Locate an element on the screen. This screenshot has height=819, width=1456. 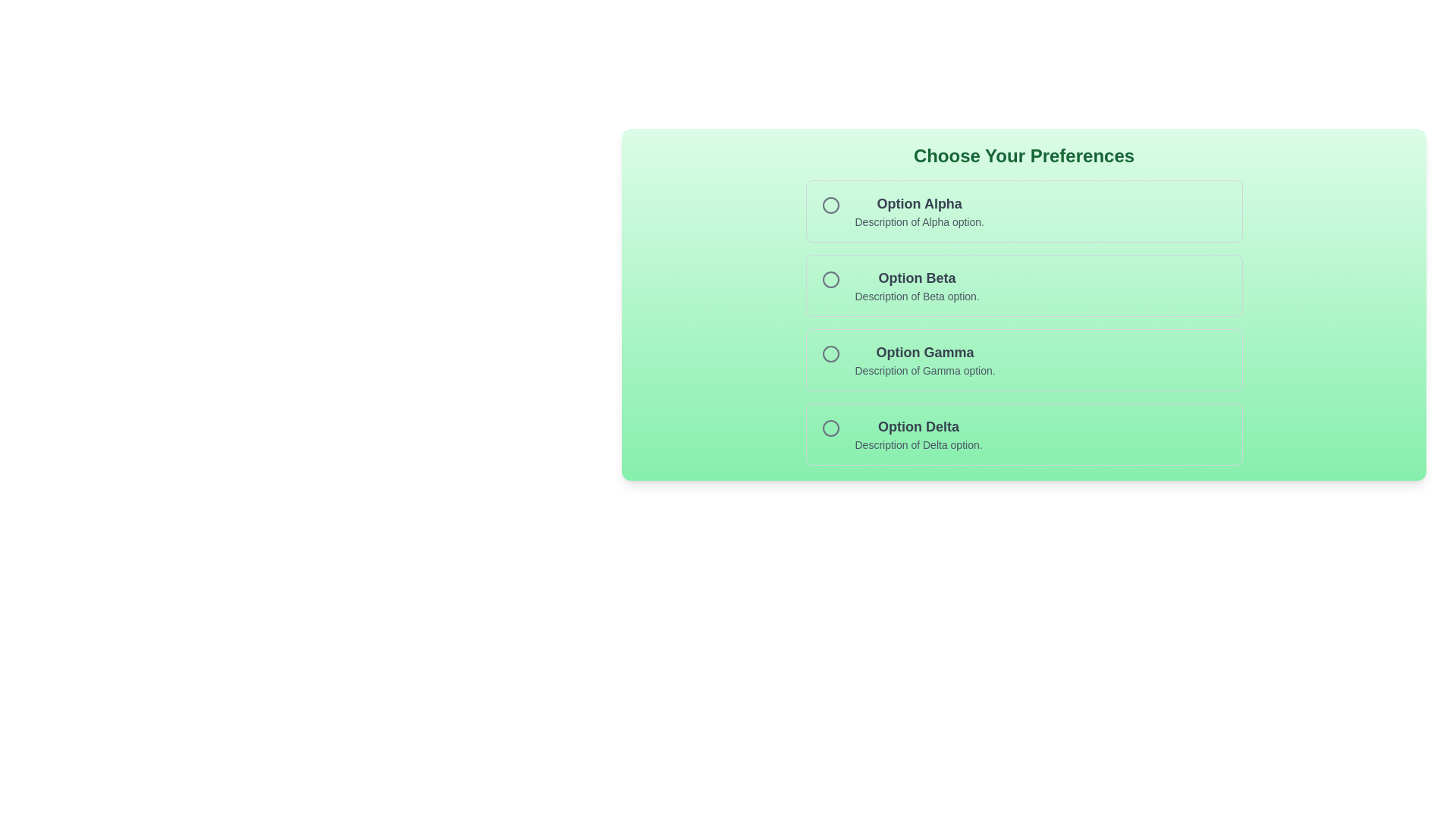
the radio button in the selectable list item labeled 'Option Gamma' is located at coordinates (1024, 359).